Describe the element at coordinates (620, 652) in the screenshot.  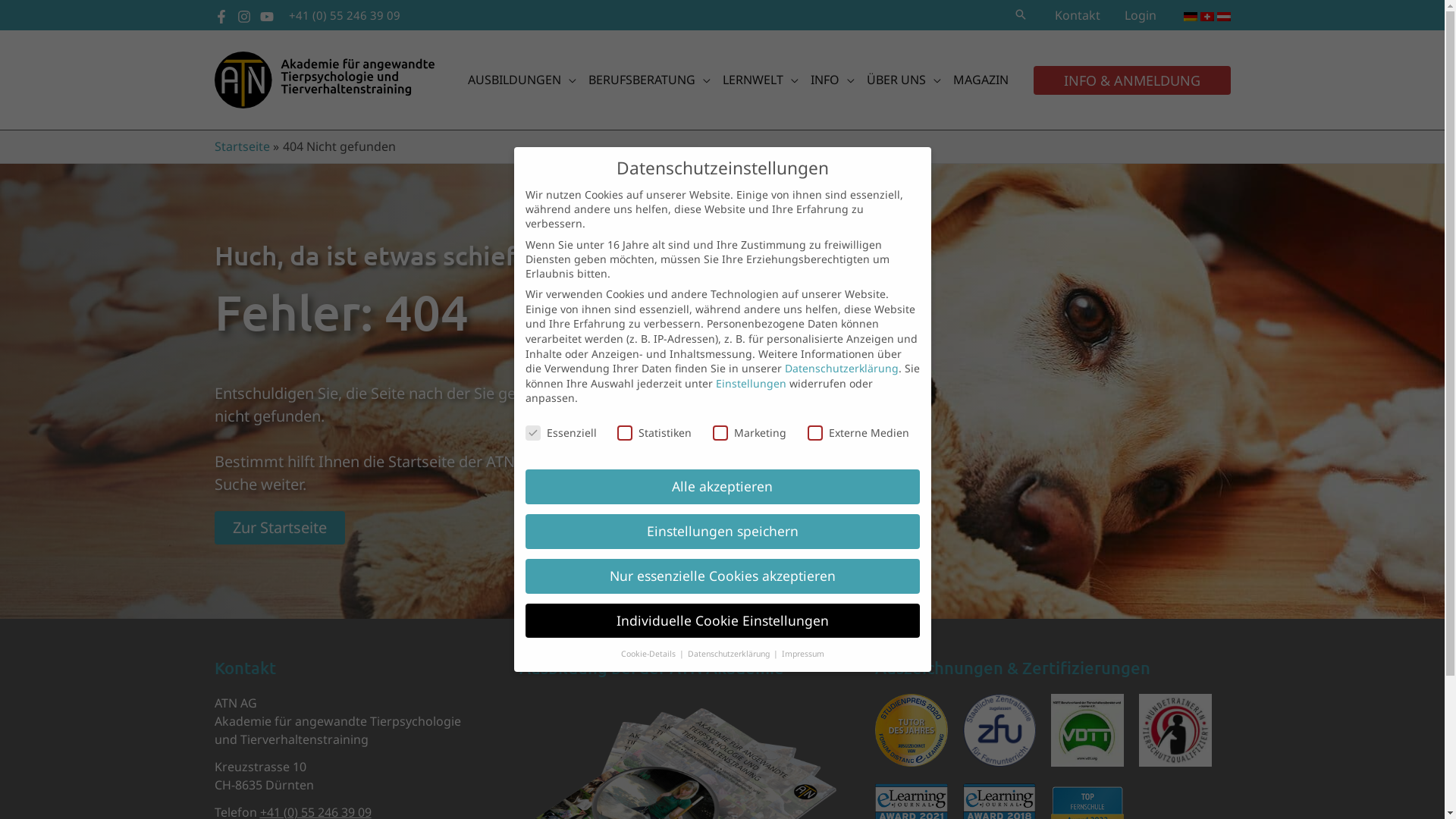
I see `'Cookie-Details'` at that location.